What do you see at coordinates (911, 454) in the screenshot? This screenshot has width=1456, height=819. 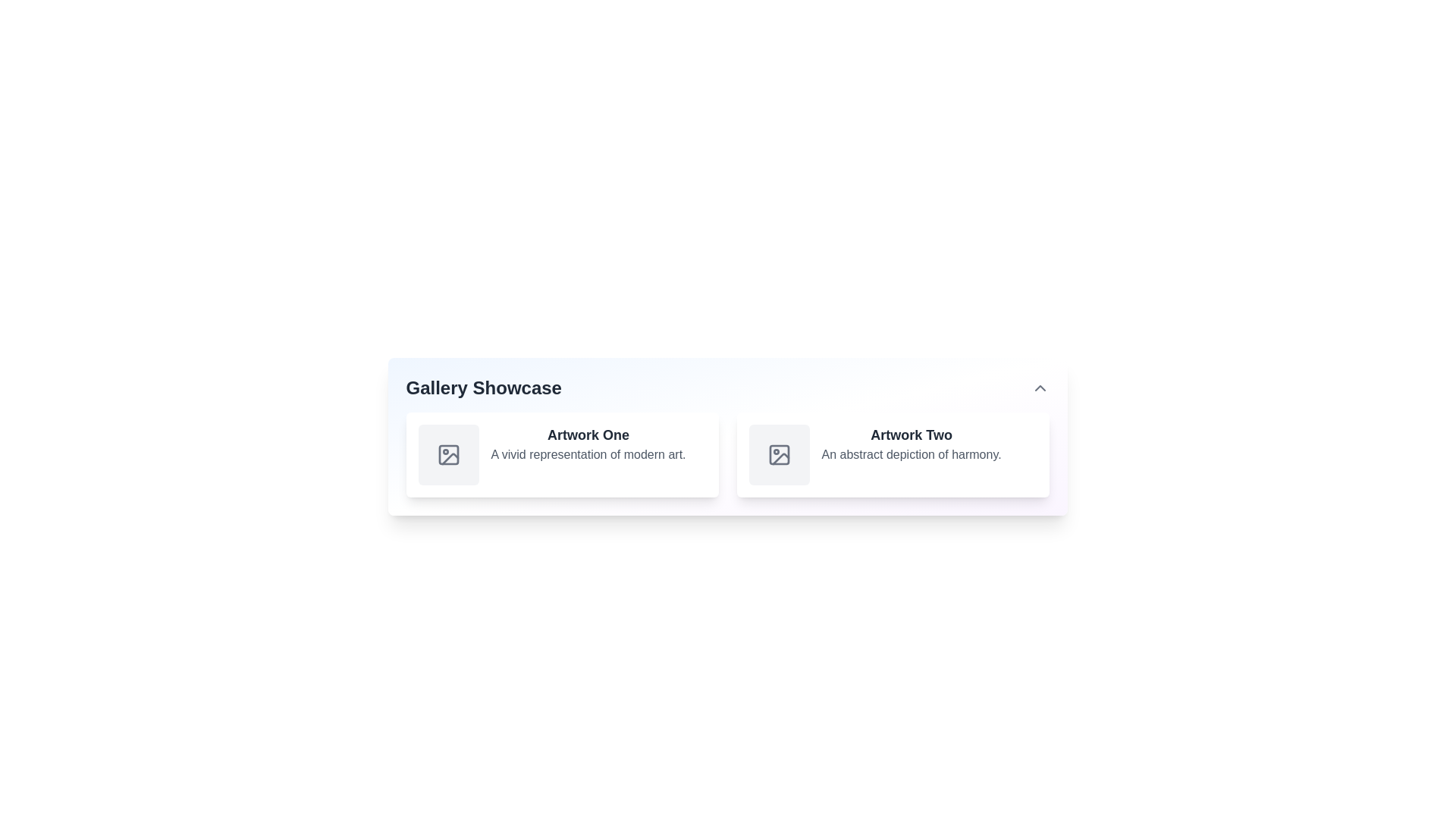 I see `static text label providing a descriptive subtitle about the art piece titled 'Artwork Two', positioned below the title text within the second card layout` at bounding box center [911, 454].